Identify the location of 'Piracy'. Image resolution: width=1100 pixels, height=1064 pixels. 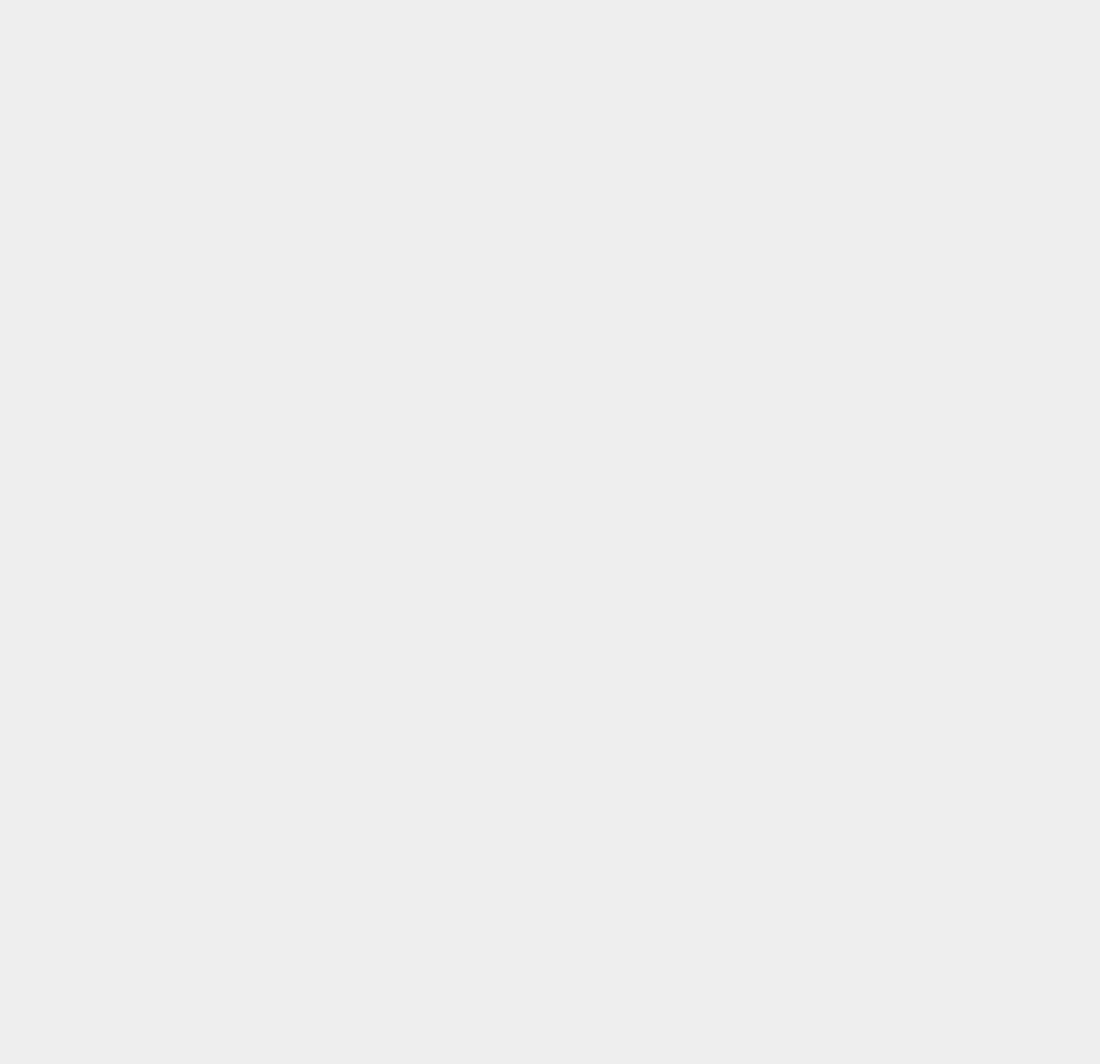
(797, 905).